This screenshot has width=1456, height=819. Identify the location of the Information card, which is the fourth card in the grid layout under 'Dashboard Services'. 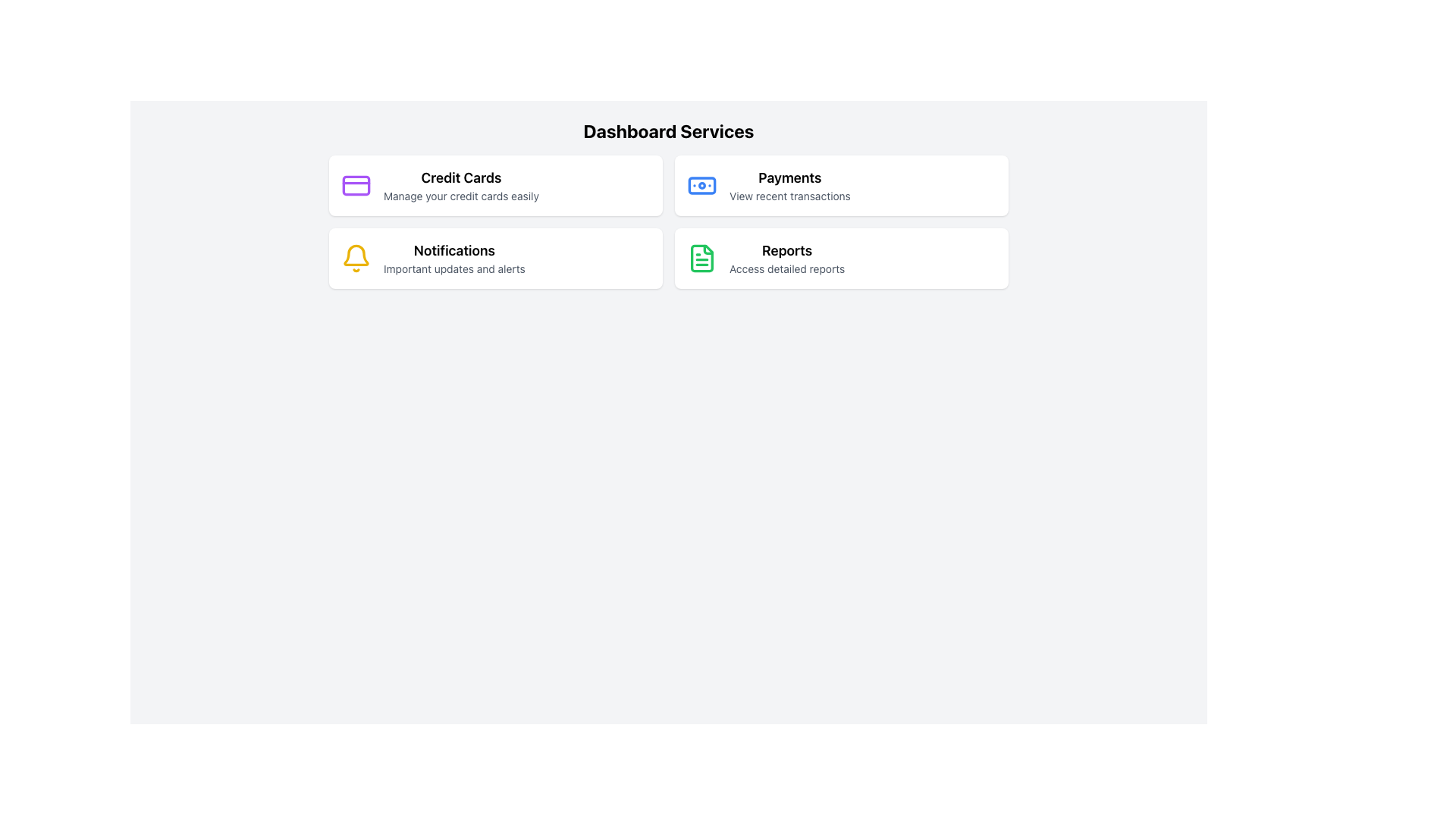
(840, 257).